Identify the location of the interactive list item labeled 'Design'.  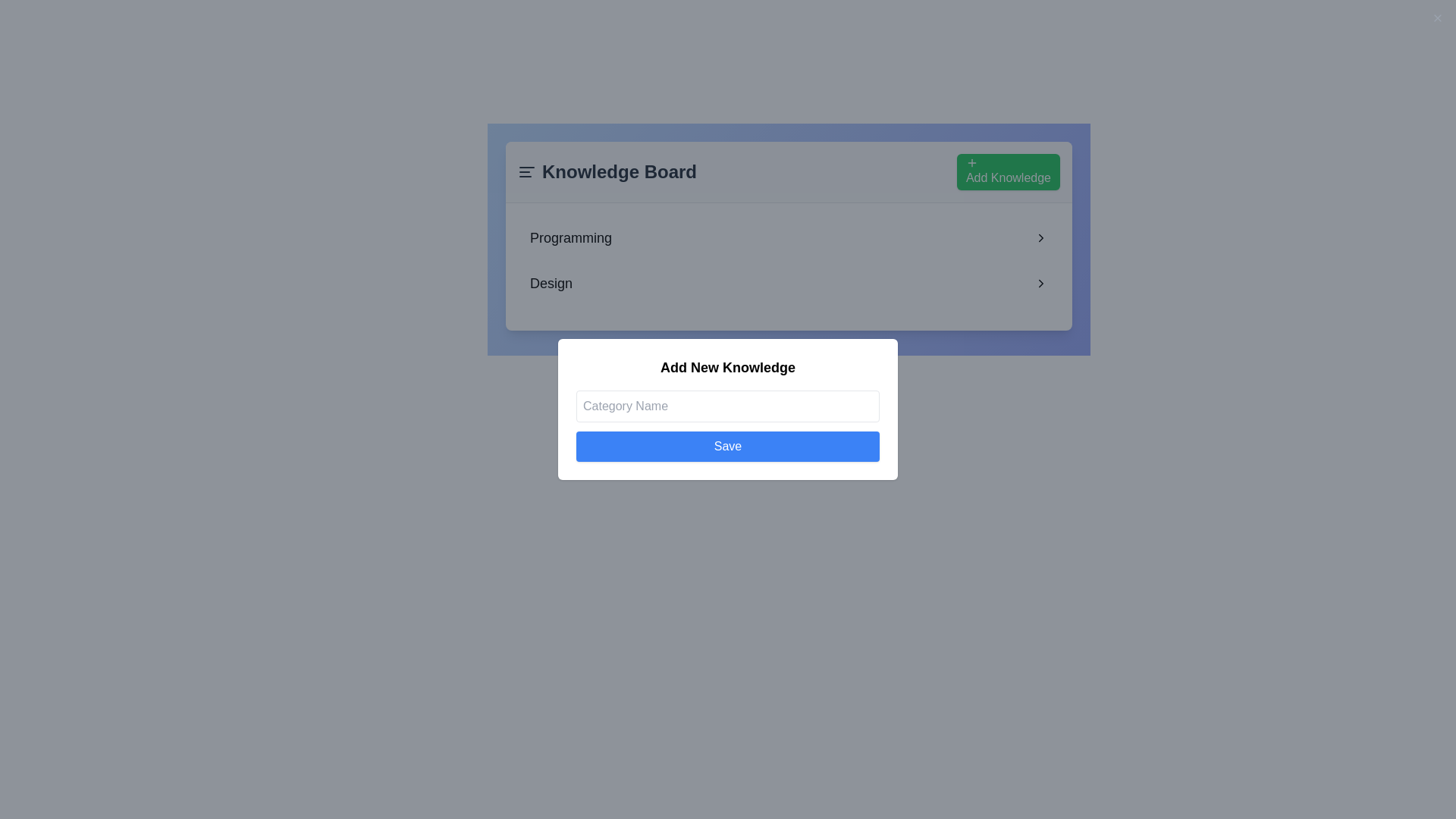
(789, 284).